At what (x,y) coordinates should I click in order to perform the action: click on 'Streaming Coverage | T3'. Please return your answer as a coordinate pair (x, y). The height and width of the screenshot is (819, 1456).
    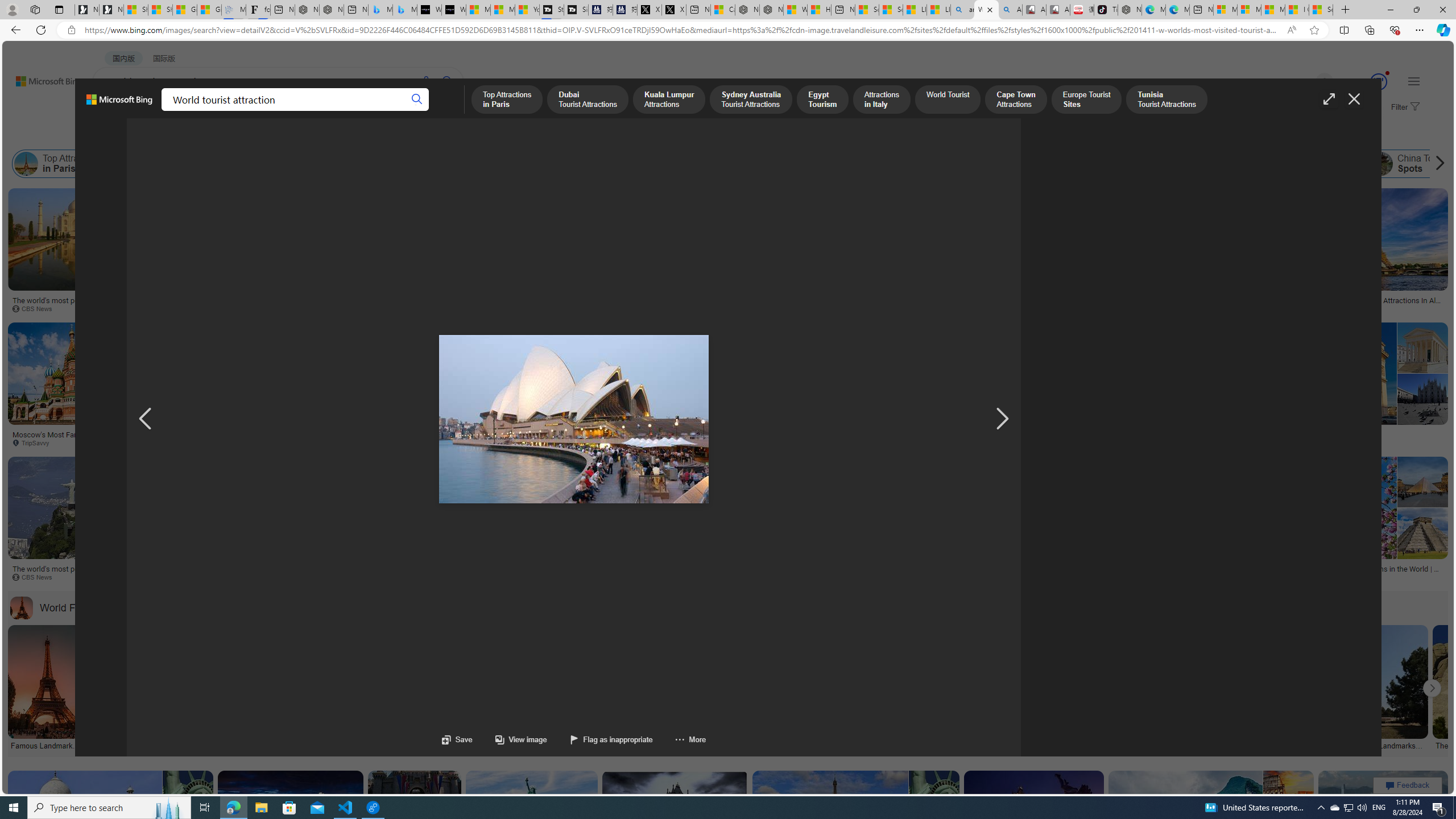
    Looking at the image, I should click on (552, 9).